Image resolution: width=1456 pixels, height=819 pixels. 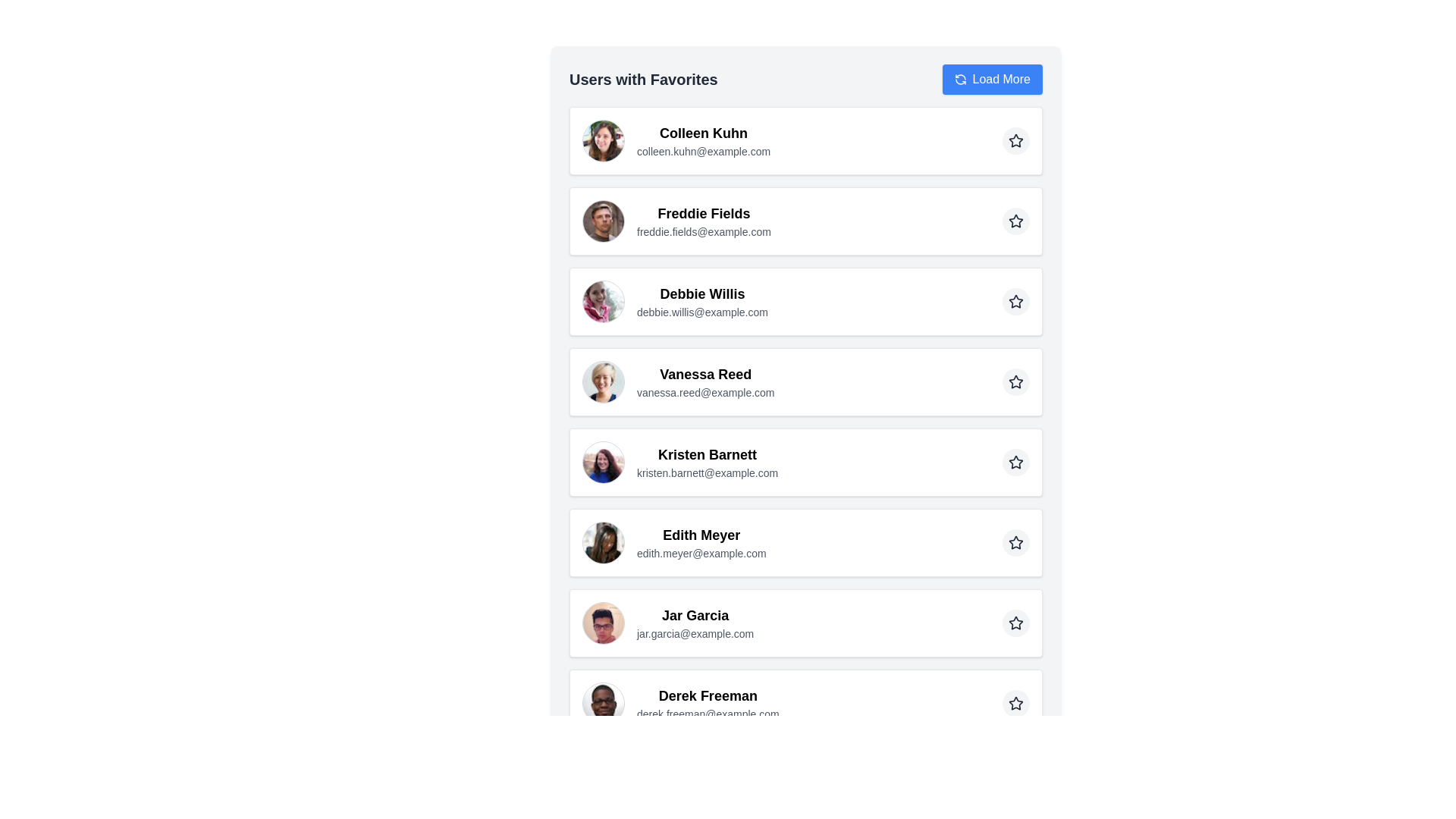 What do you see at coordinates (805, 301) in the screenshot?
I see `the profile name 'Debbie Willis' in the Profile block` at bounding box center [805, 301].